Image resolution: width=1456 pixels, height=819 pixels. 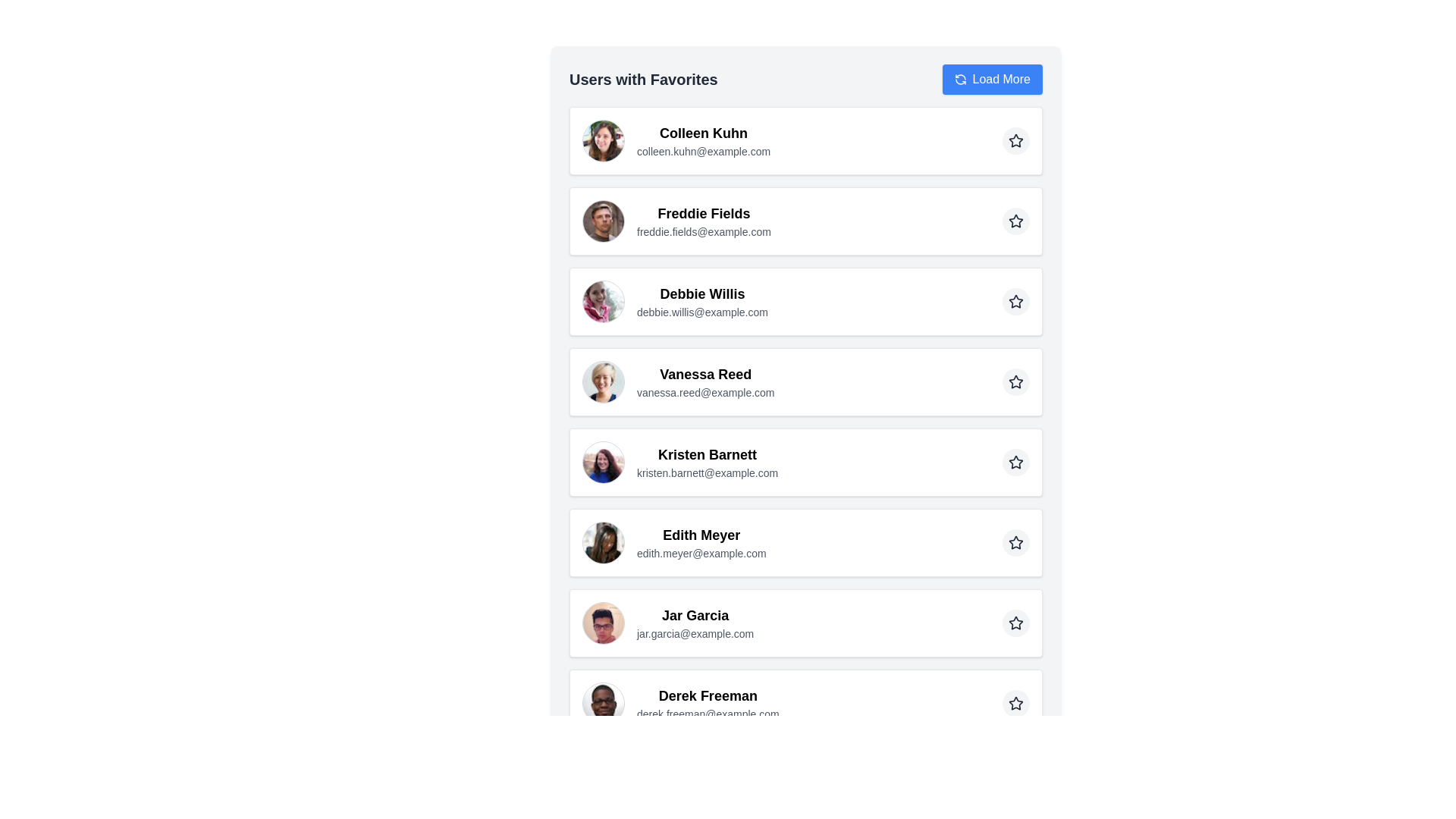 What do you see at coordinates (805, 301) in the screenshot?
I see `the profile name 'Debbie Willis' in the Profile block` at bounding box center [805, 301].